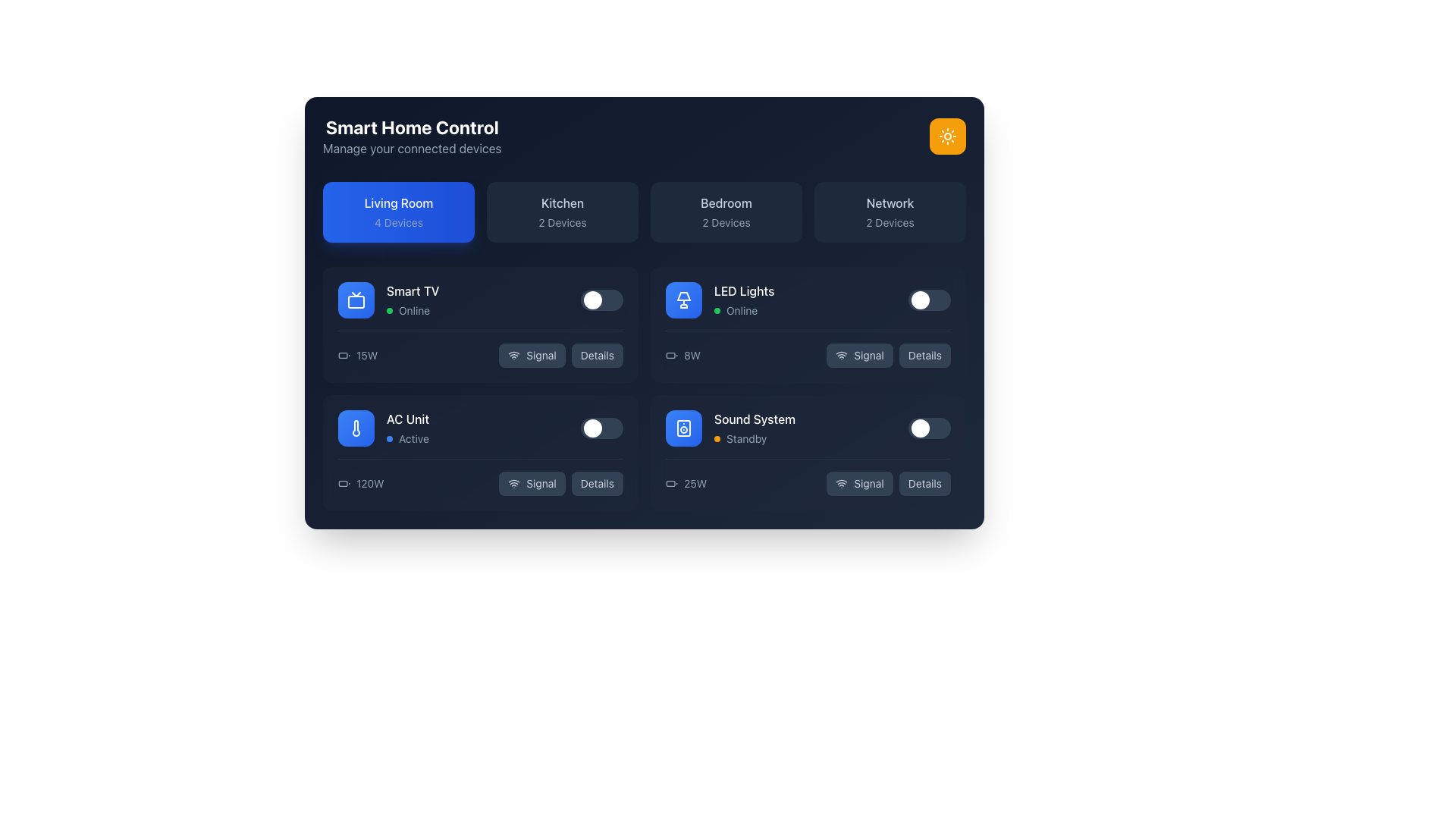 Image resolution: width=1456 pixels, height=819 pixels. I want to click on the Wi-Fi signal icon, which is the leftmost content inside the 'Signal' button, located below the 'AC Unit' section, so click(514, 483).